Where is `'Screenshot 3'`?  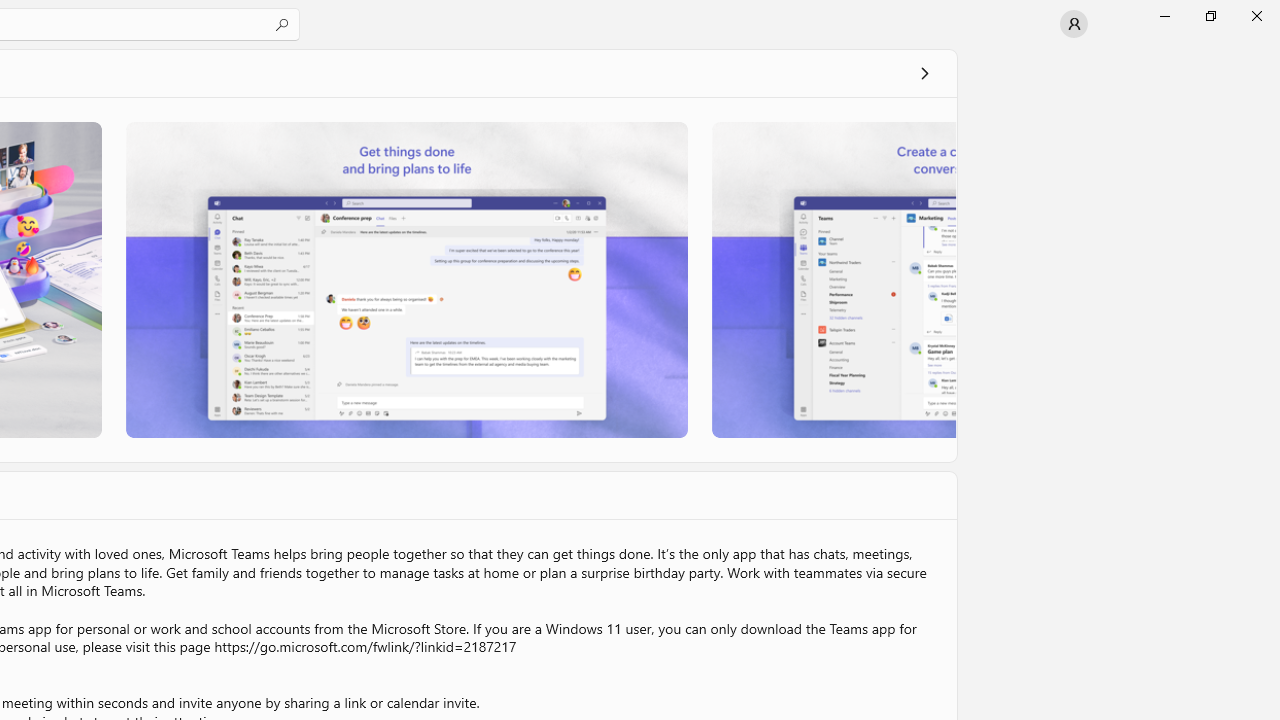 'Screenshot 3' is located at coordinates (833, 279).